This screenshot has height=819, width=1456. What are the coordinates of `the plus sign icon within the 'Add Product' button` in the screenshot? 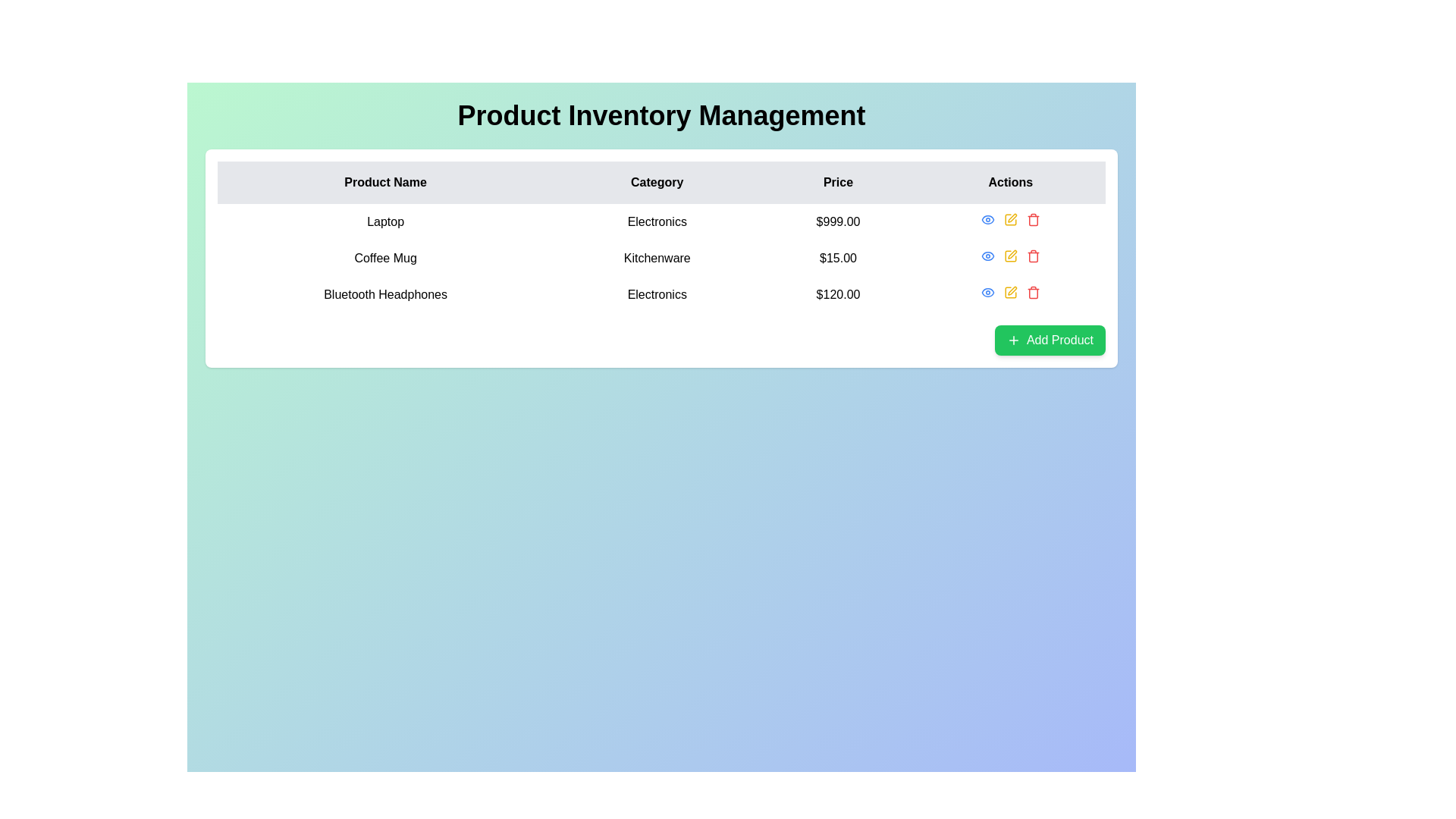 It's located at (1013, 339).